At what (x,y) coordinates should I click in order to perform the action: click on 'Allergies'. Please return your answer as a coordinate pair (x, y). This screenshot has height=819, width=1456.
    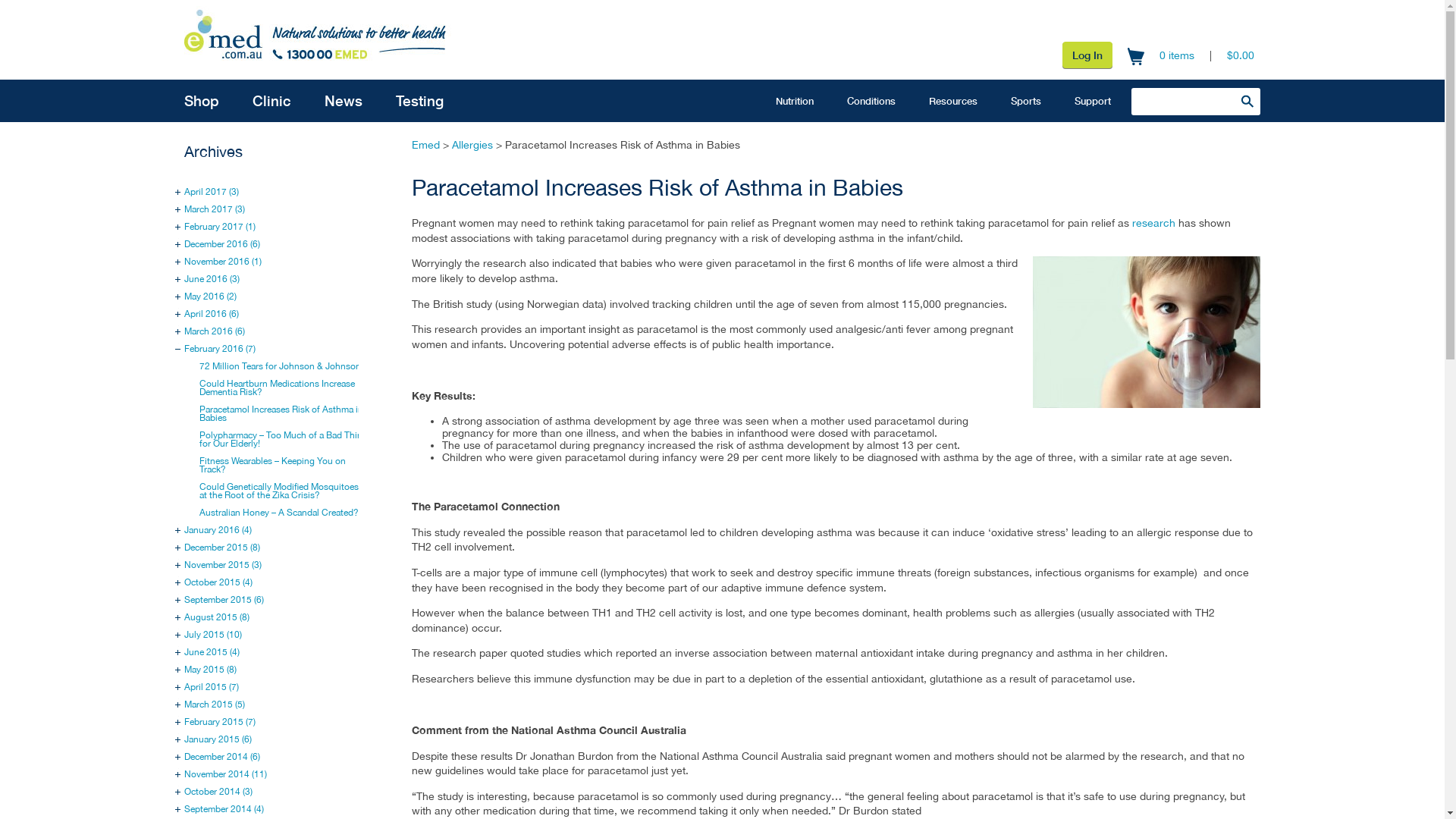
    Looking at the image, I should click on (472, 145).